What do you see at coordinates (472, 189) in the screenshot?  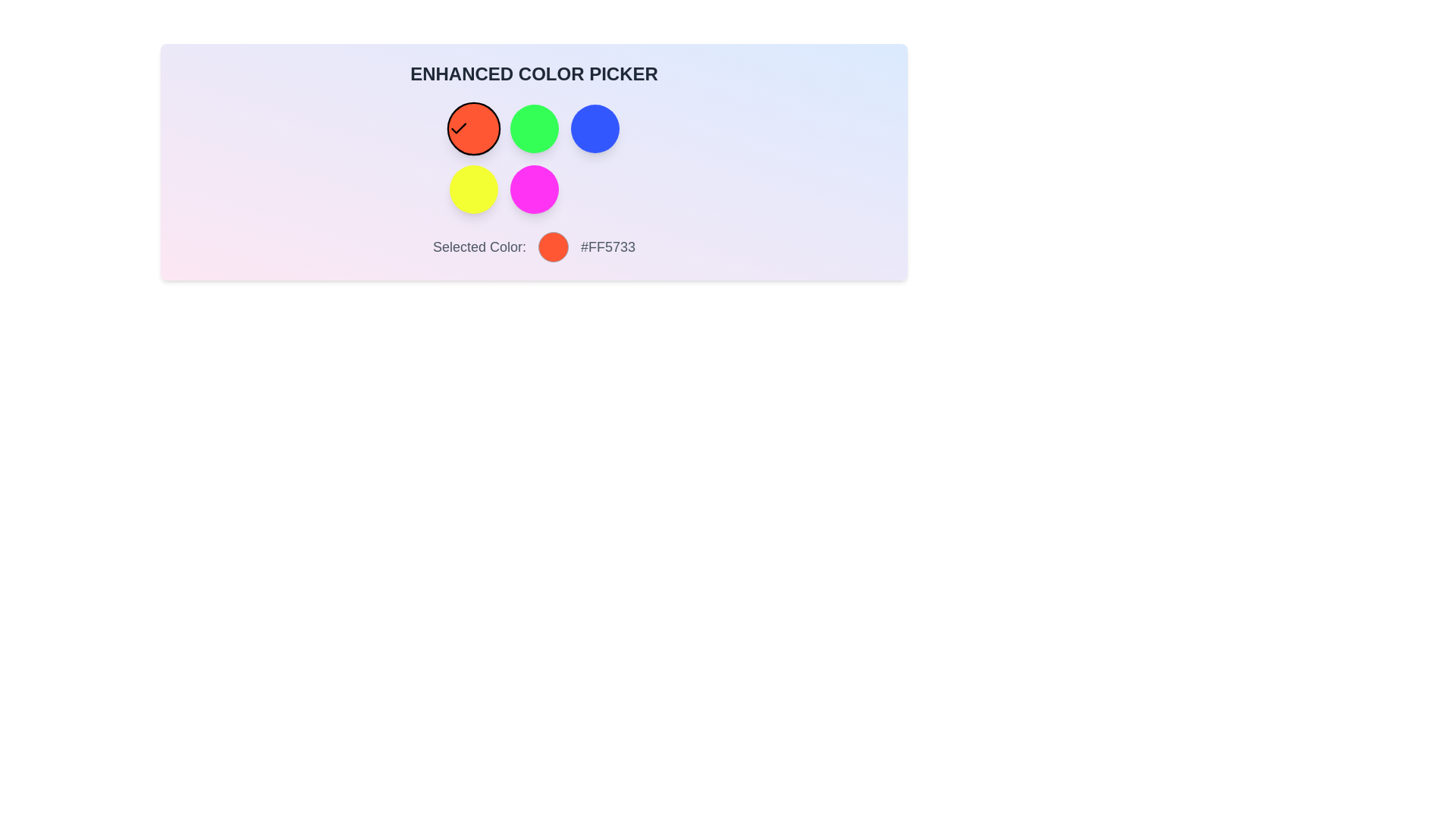 I see `the bright yellow color selection button, which is the fifth item in a grid layout of circular buttons located in the second row and first column` at bounding box center [472, 189].